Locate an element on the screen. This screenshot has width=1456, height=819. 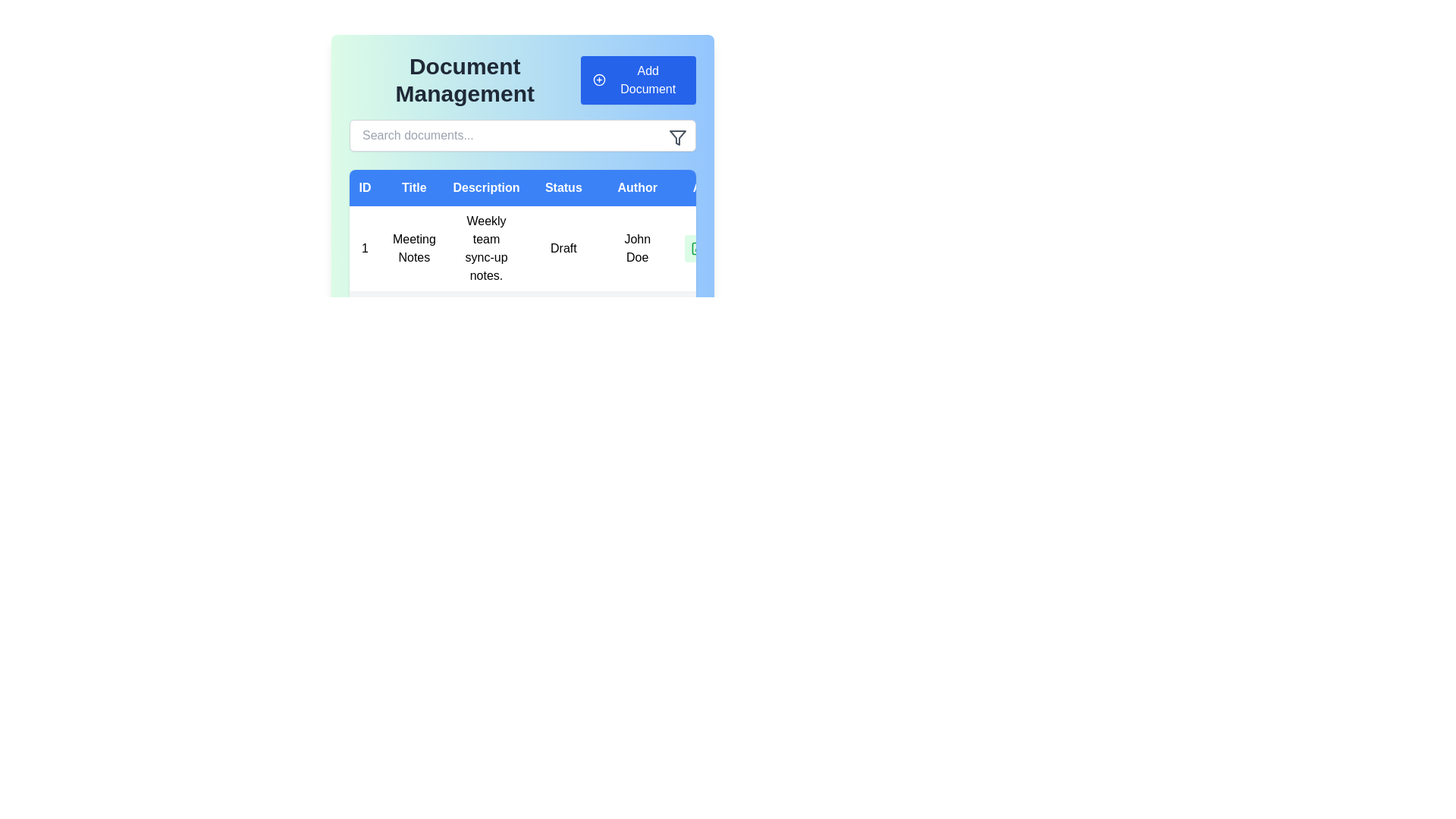
the filter funnel icon button, which is dark gray and located at the far-right end of the search input field is located at coordinates (676, 137).